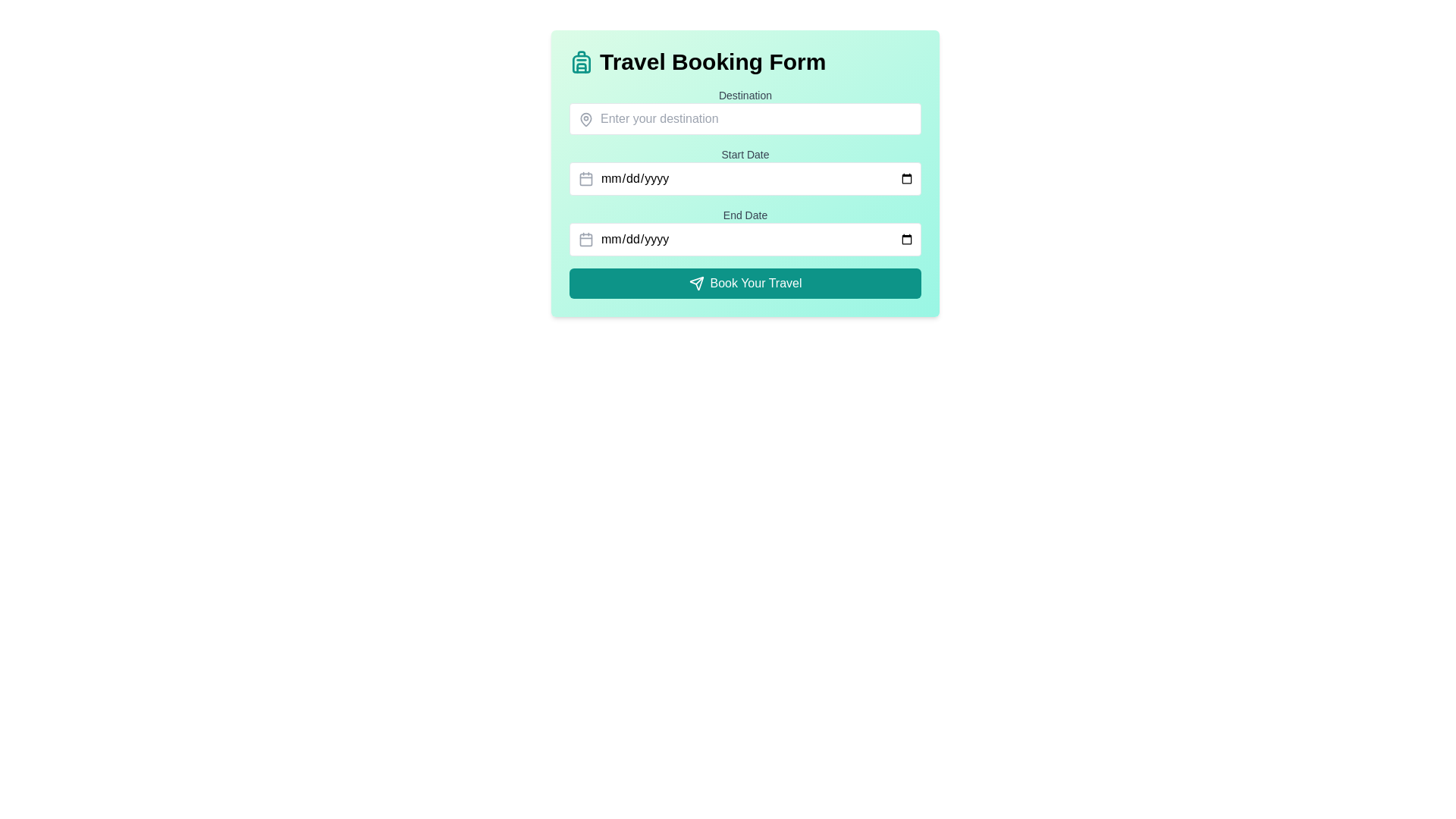  I want to click on the input area of the 'Start Date' labeled date input field, so click(745, 171).